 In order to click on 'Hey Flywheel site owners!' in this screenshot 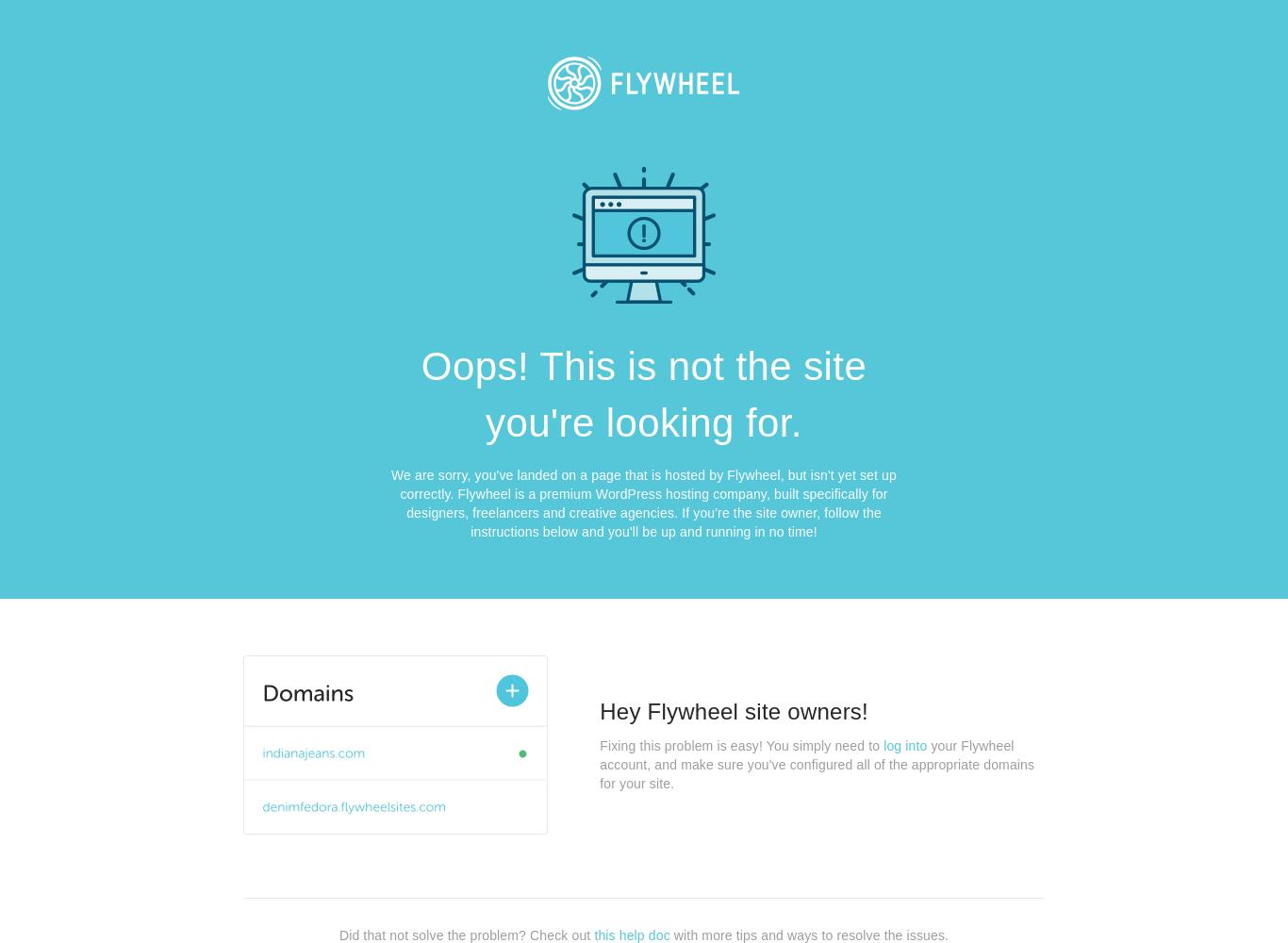, I will do `click(734, 710)`.